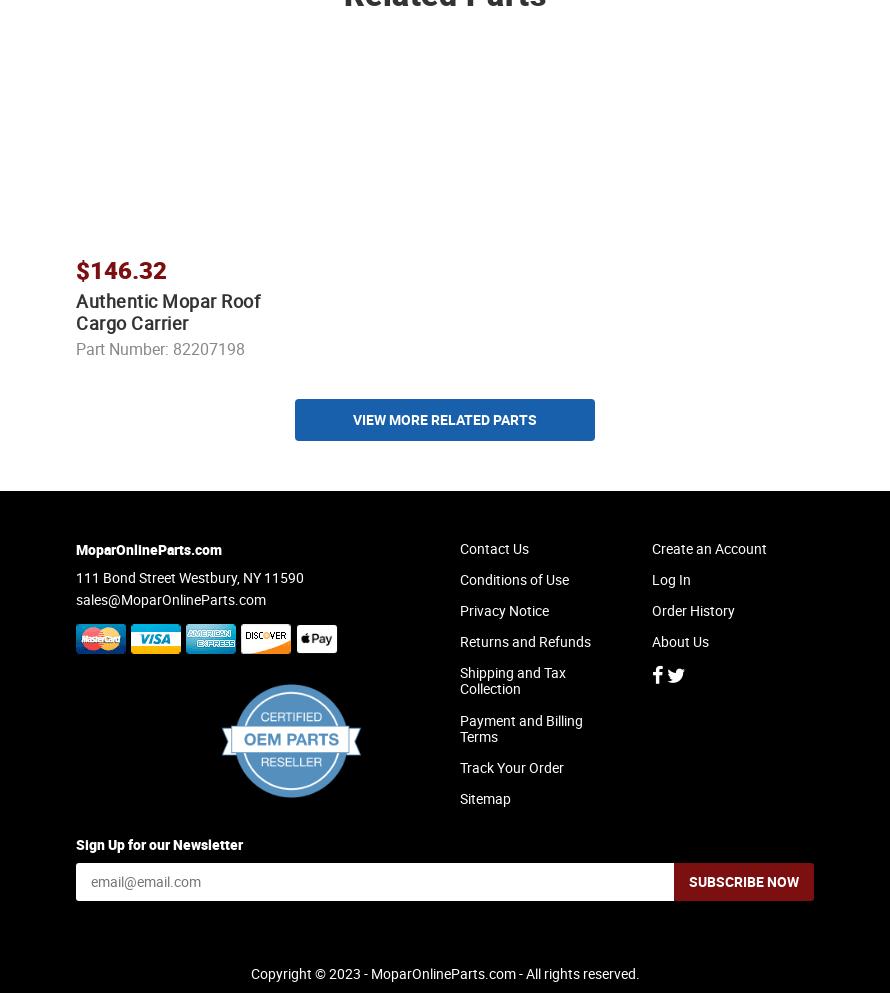 The height and width of the screenshot is (993, 890). I want to click on 'Privacy Notice', so click(504, 627).